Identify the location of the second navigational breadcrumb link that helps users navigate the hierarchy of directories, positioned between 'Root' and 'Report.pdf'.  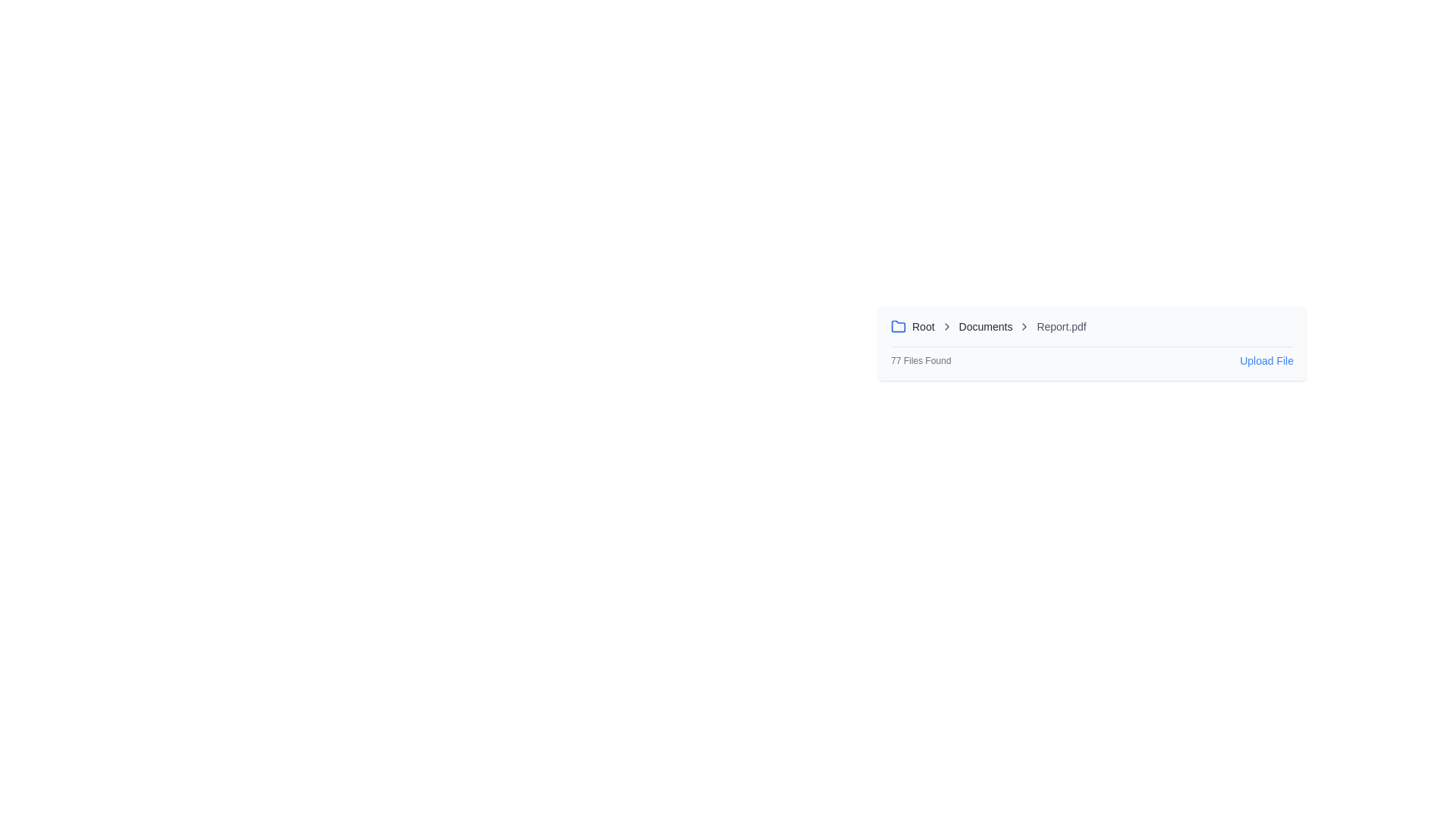
(986, 326).